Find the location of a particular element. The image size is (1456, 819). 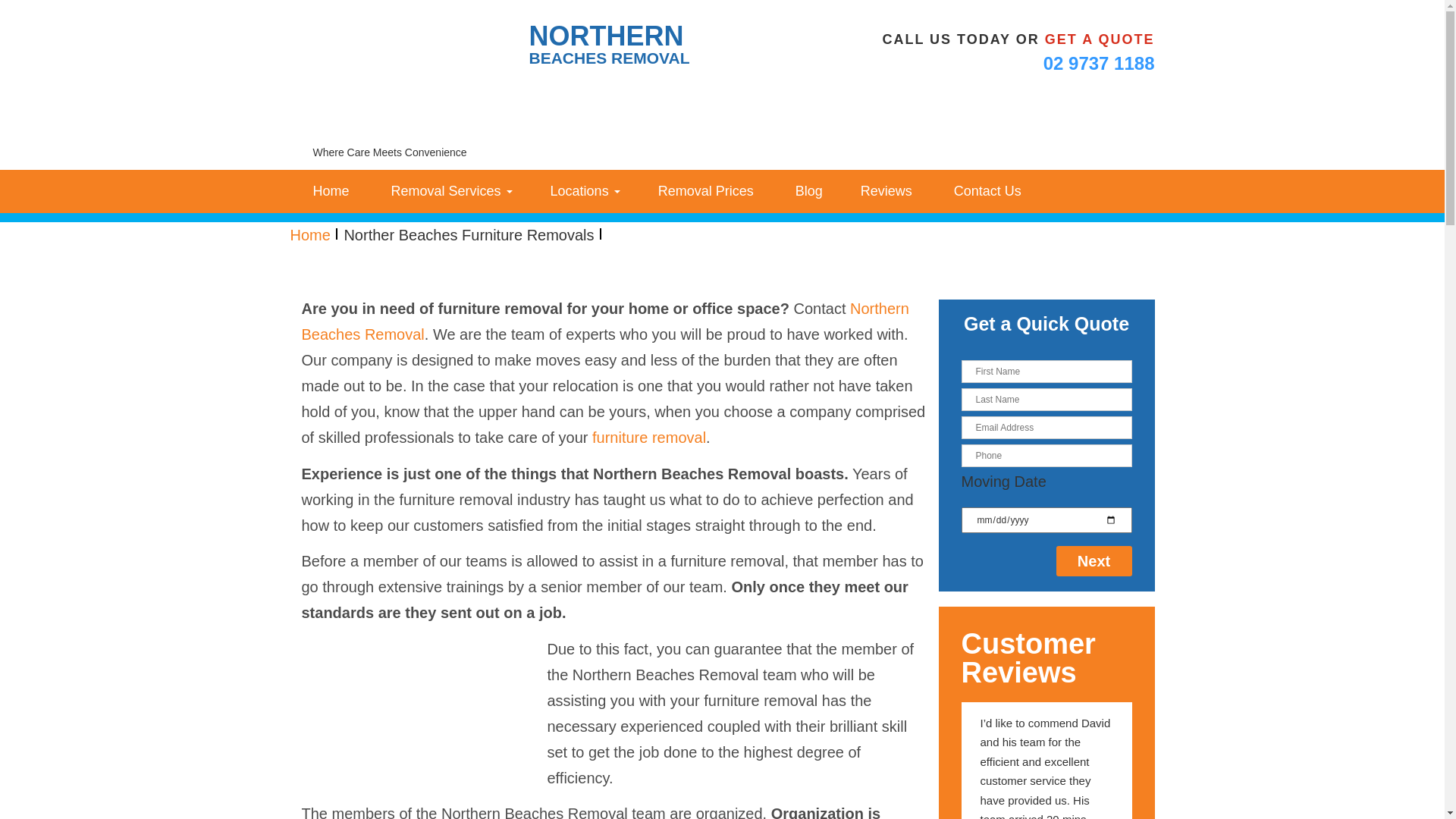

' Blog' is located at coordinates (806, 190).